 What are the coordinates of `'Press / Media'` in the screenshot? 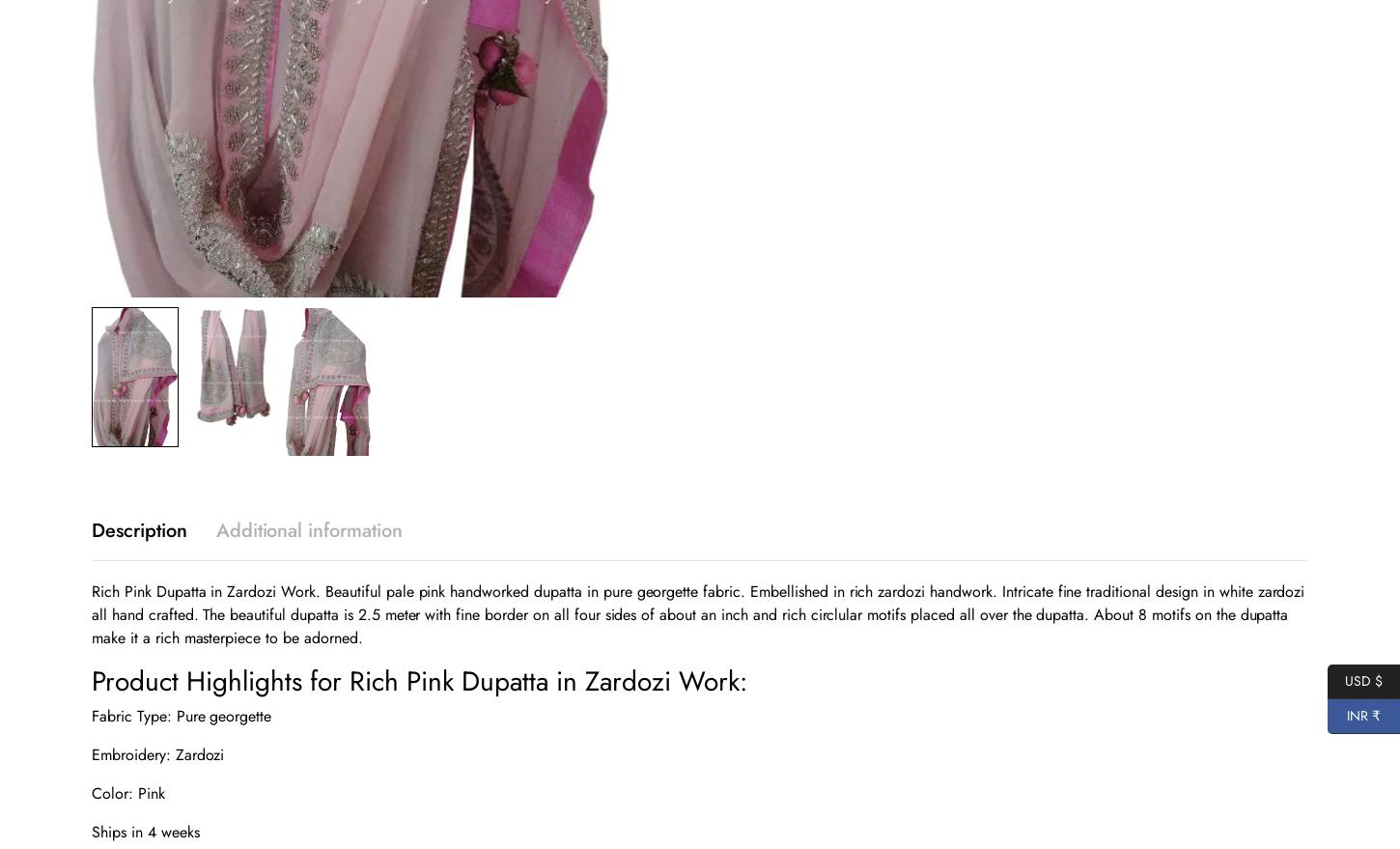 It's located at (754, 738).